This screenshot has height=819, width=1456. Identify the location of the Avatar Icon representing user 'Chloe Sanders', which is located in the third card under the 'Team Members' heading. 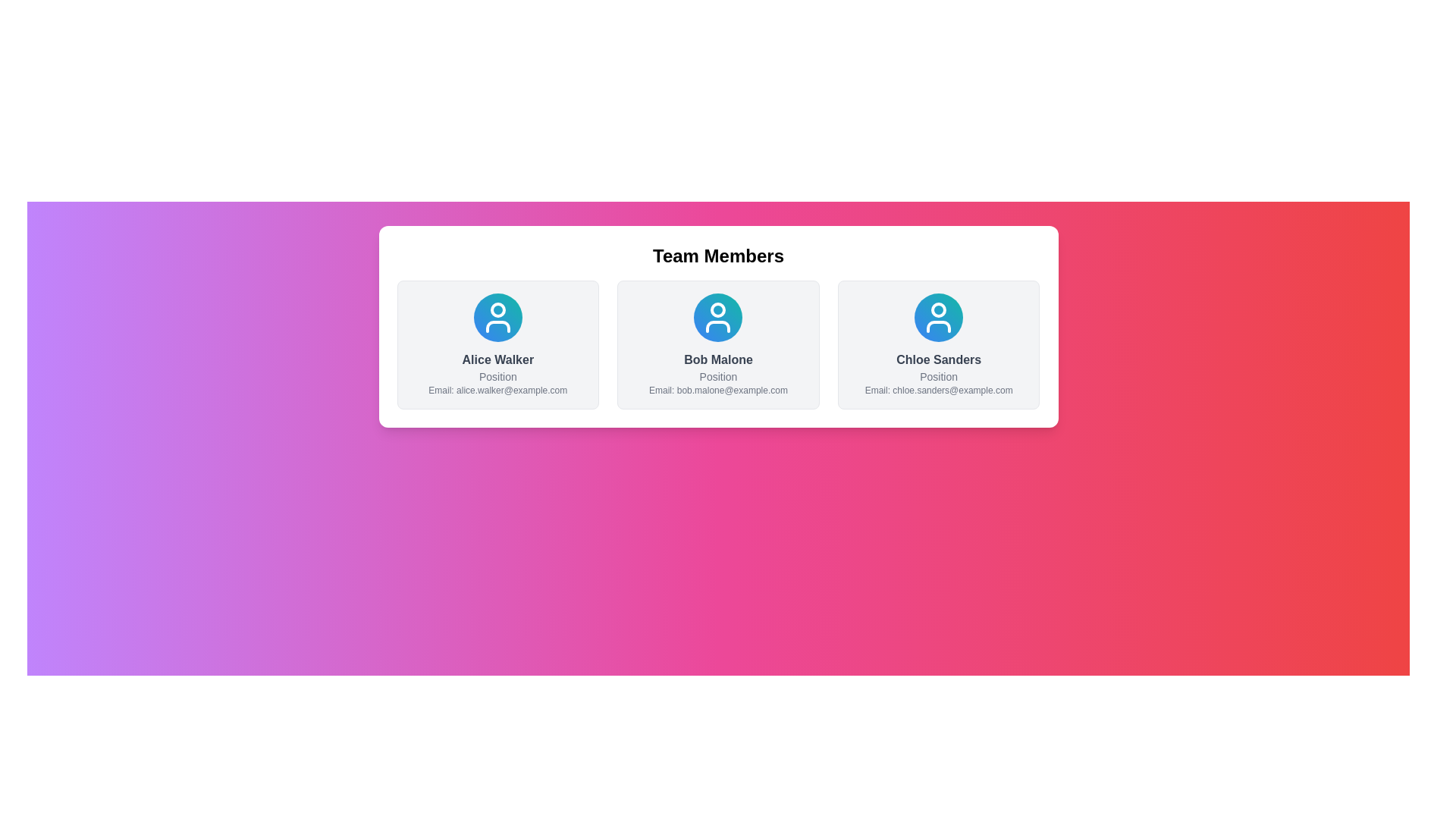
(938, 309).